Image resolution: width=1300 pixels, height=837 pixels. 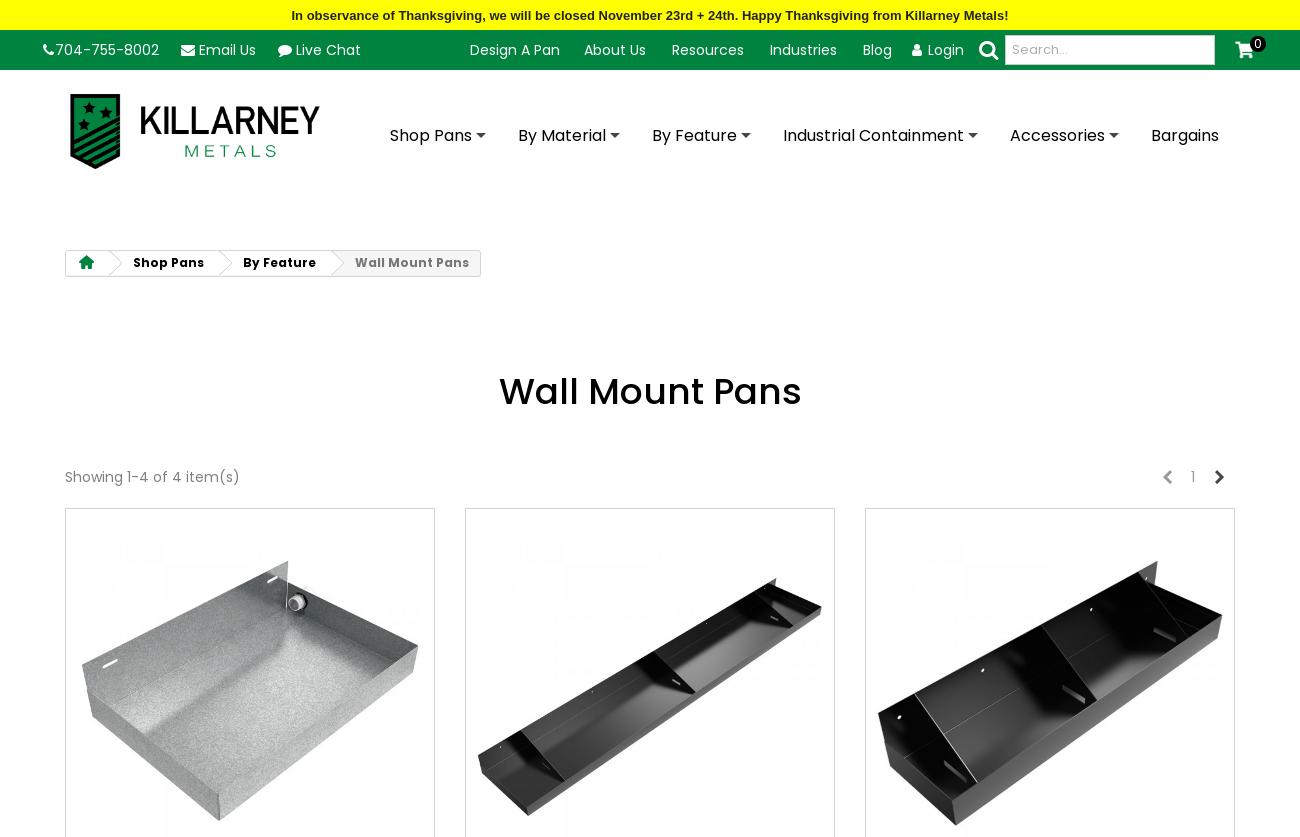 I want to click on 'Design a Pan', so click(x=515, y=48).